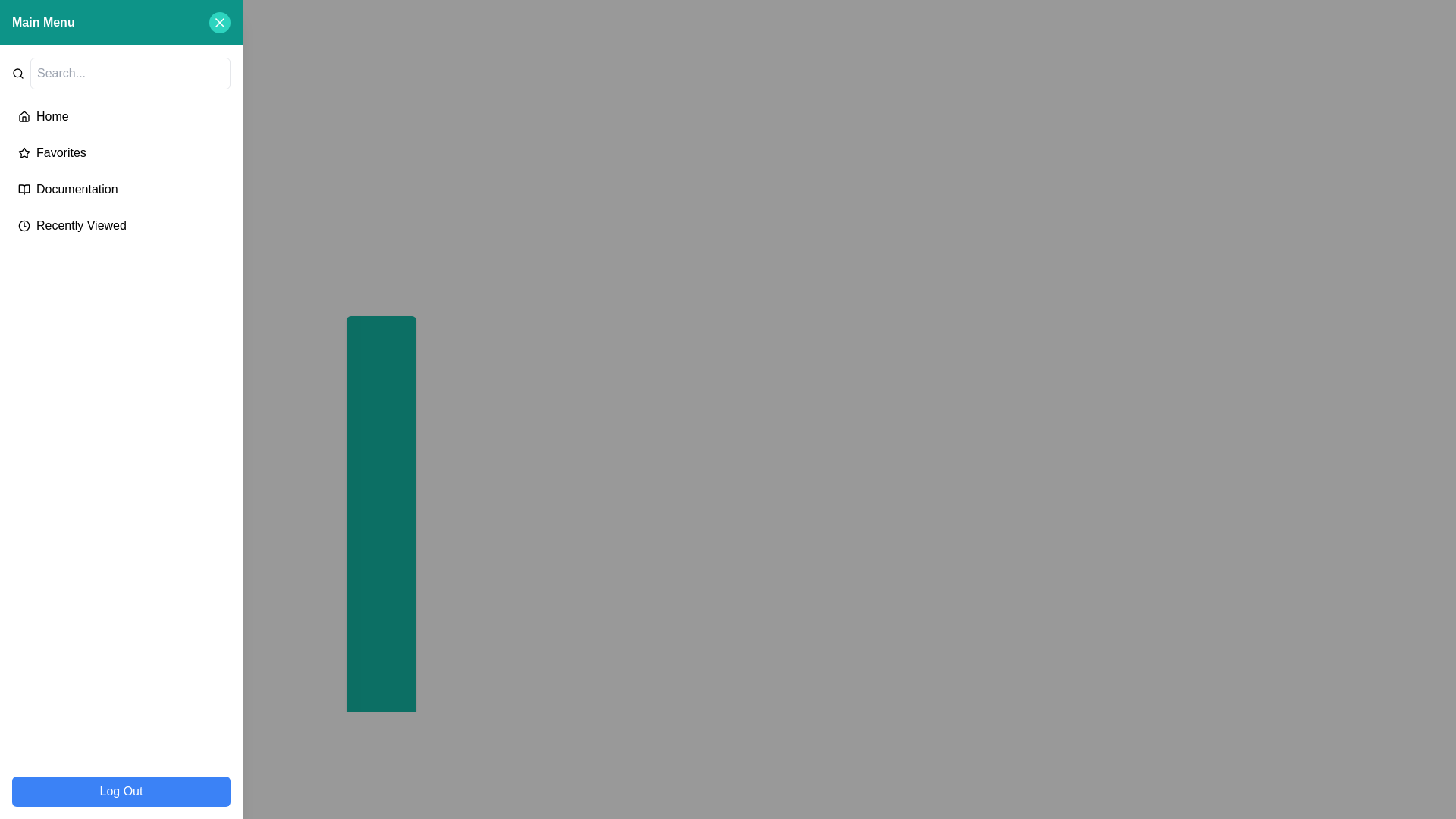 This screenshot has width=1456, height=819. Describe the element at coordinates (43, 23) in the screenshot. I see `the text label located in the upper-left corner of the interface, which serves as a static header title within a horizontal teal header bar, positioned to the left of a close icon button` at that location.